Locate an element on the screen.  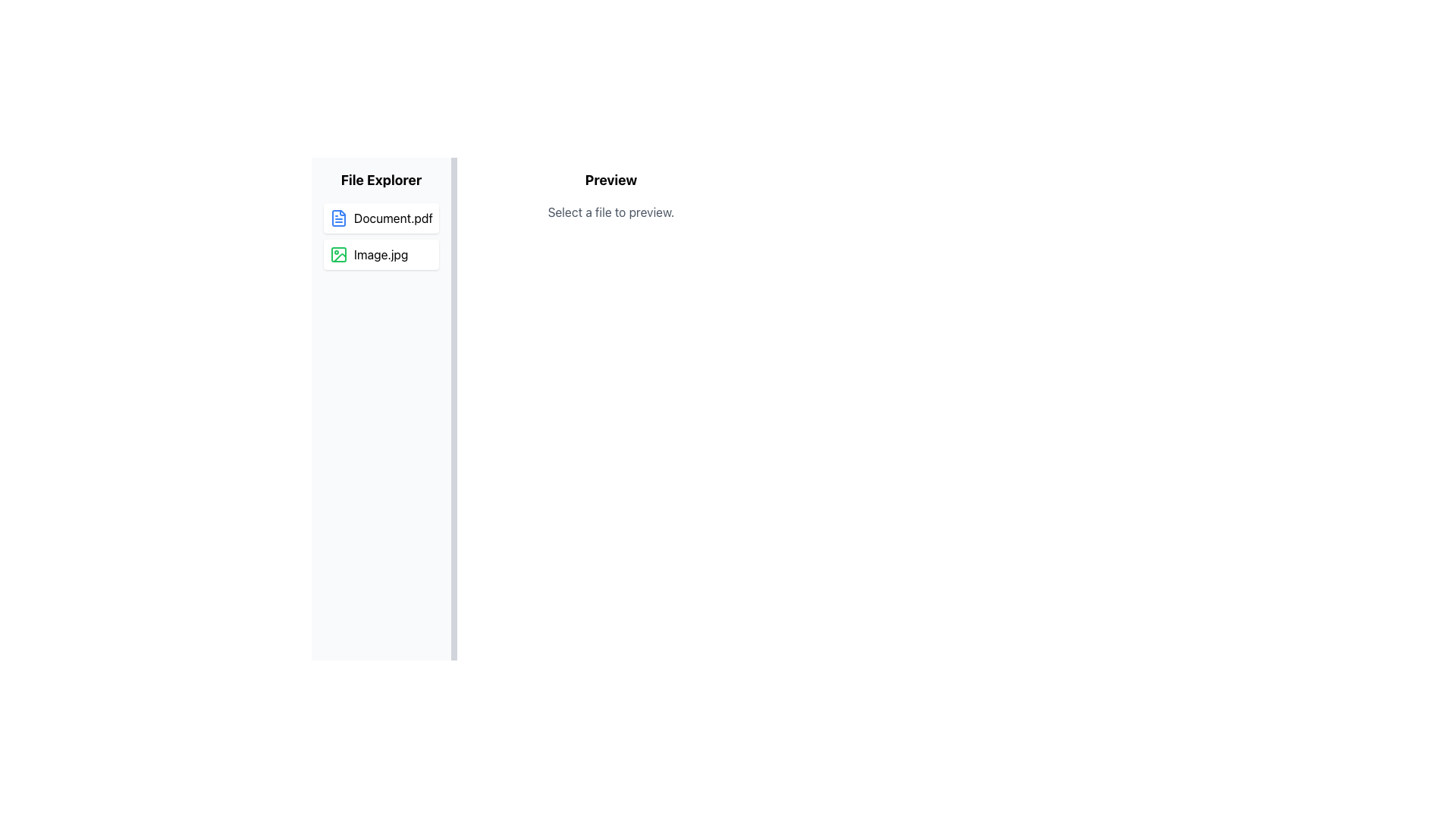
the first selectable list item in the 'File Explorer' section, which resembles a white rectangular card with a document file icon and the text 'Document.pdf' is located at coordinates (381, 218).